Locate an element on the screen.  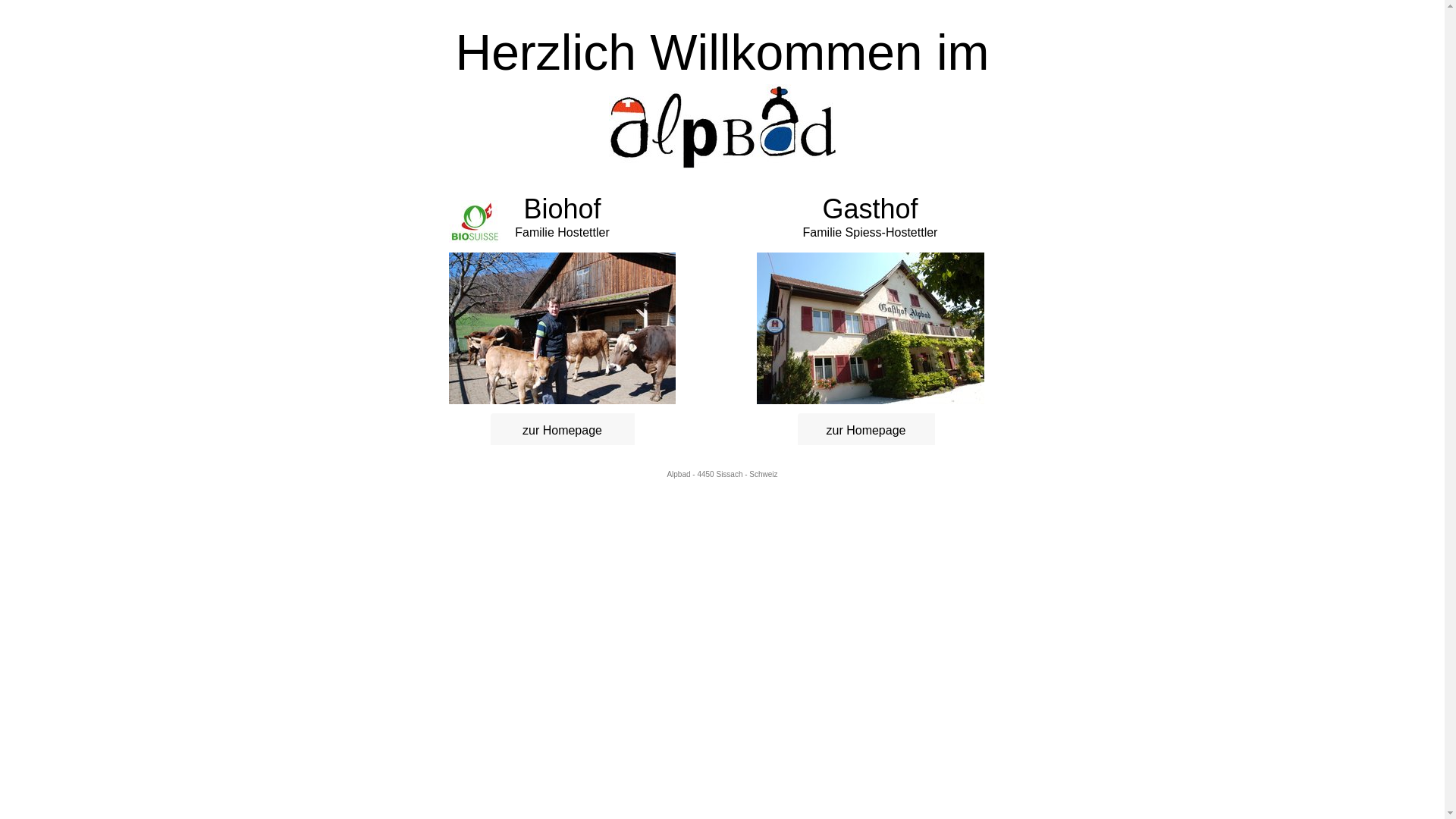
'Familie Spiess-Hostettler' is located at coordinates (870, 232).